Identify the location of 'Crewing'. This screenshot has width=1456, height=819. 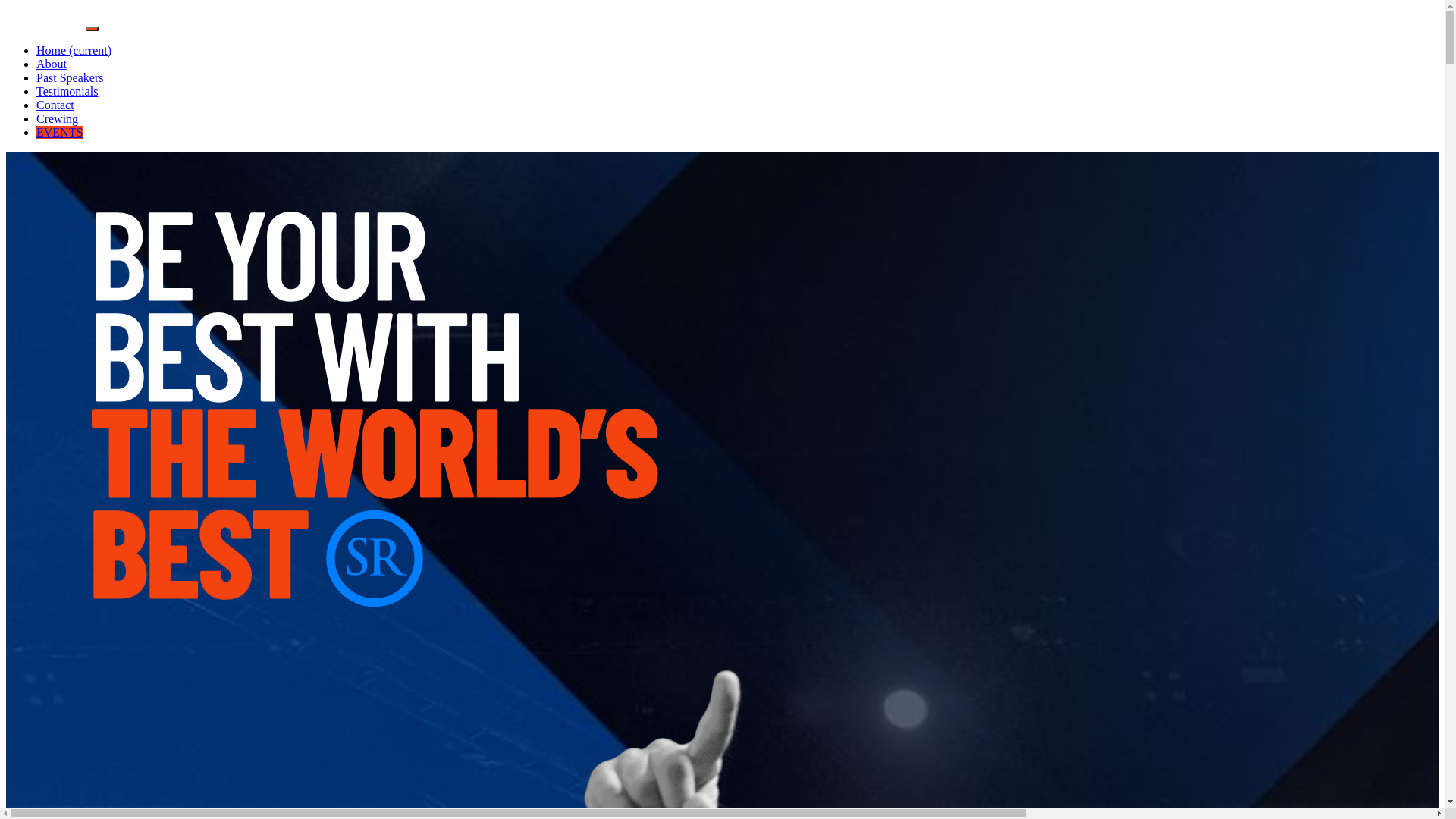
(57, 118).